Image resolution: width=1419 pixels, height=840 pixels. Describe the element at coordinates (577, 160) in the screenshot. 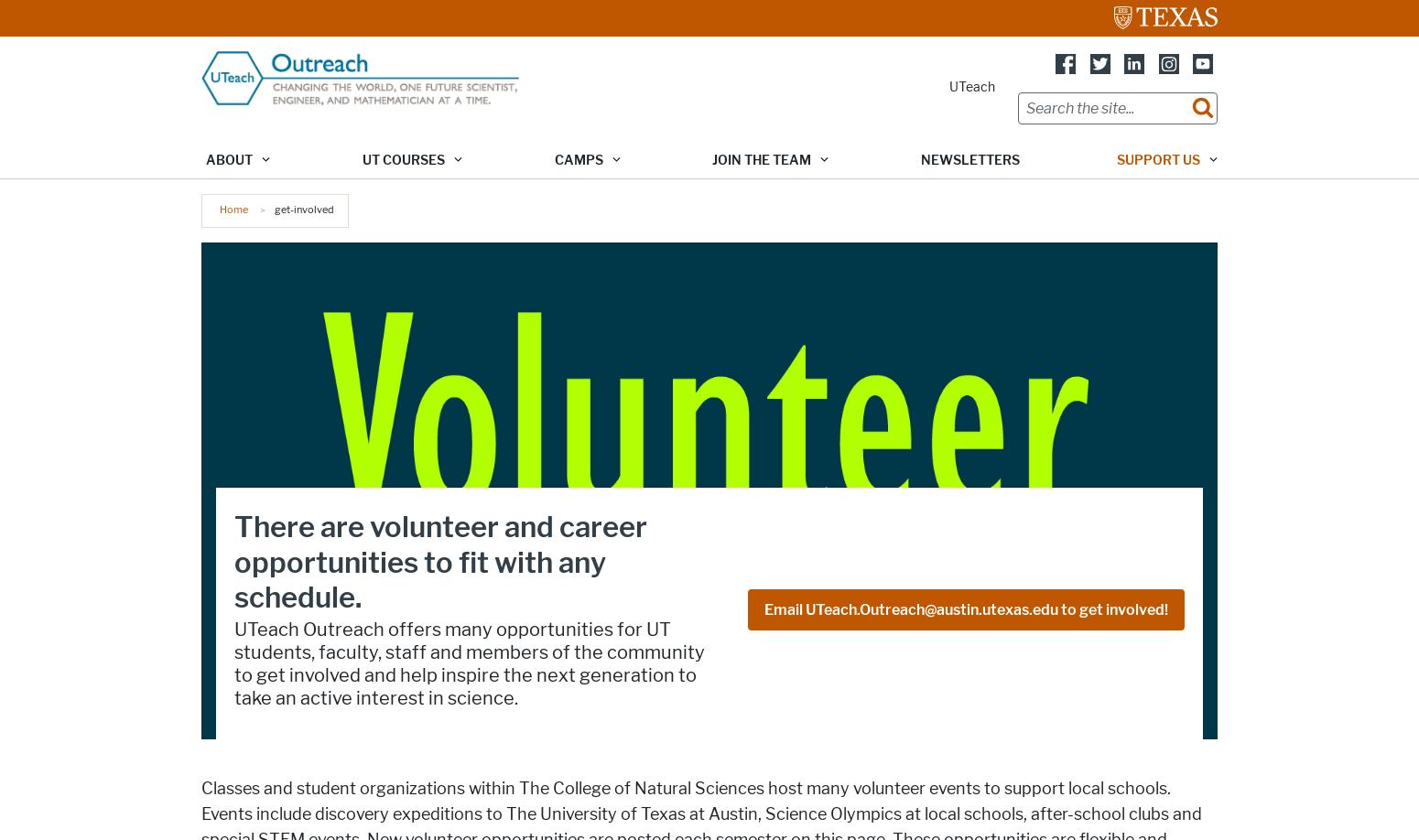

I see `'Camps'` at that location.